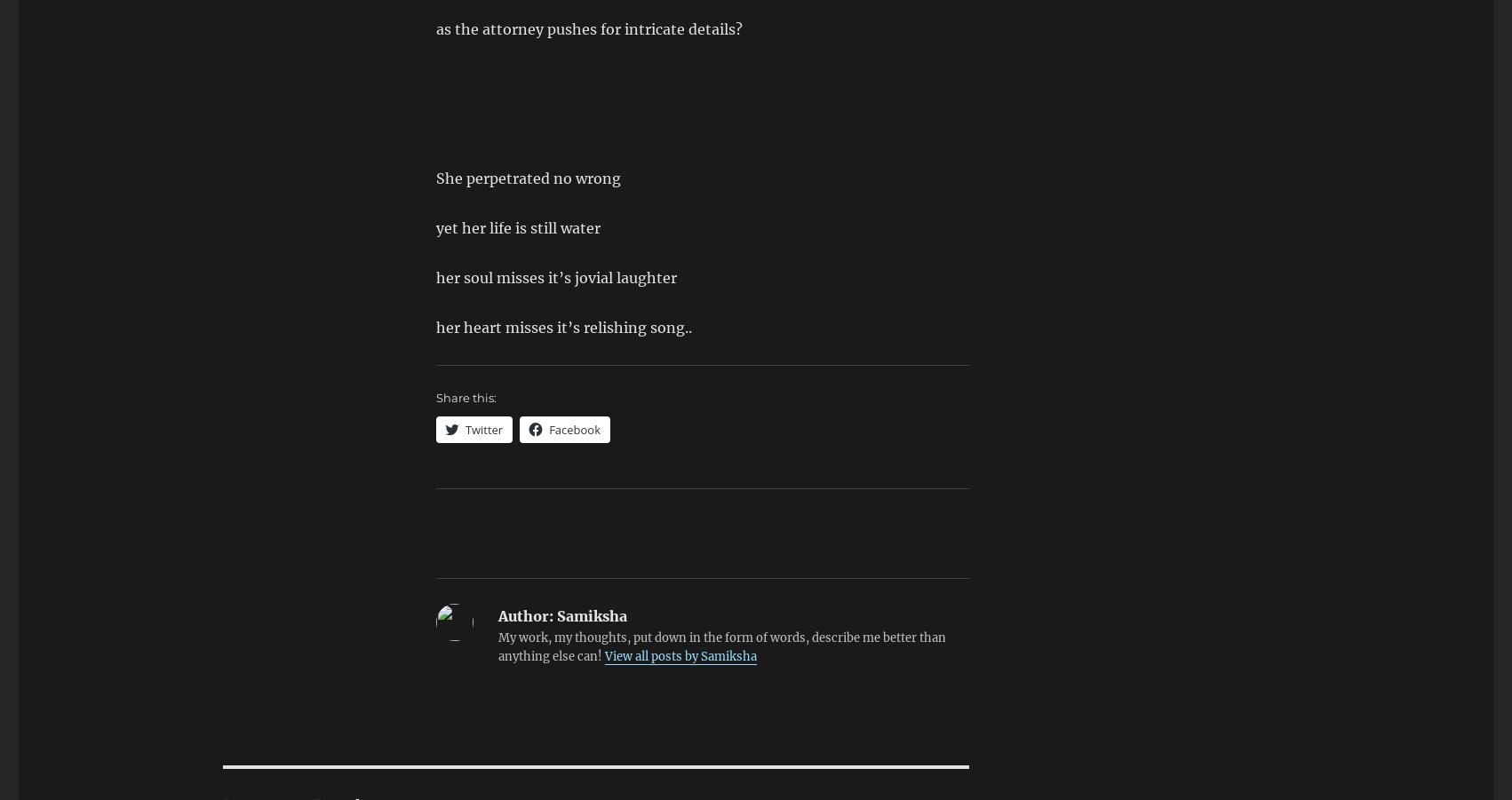 The image size is (1512, 800). What do you see at coordinates (482, 430) in the screenshot?
I see `'Twitter'` at bounding box center [482, 430].